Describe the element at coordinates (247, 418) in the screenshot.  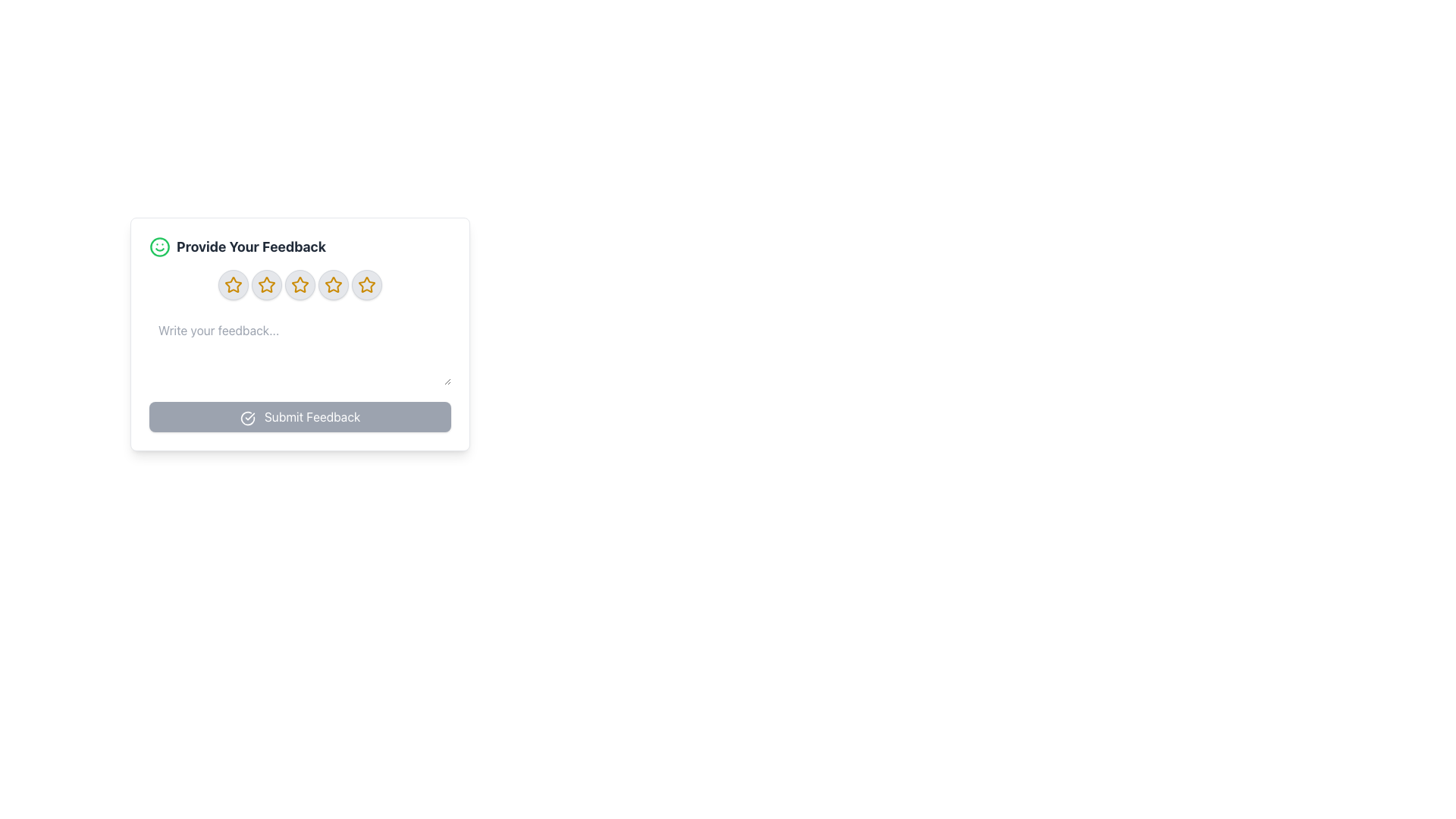
I see `the success confirmation button icon located to the far-left side of the 'Submit Feedback' button` at that location.